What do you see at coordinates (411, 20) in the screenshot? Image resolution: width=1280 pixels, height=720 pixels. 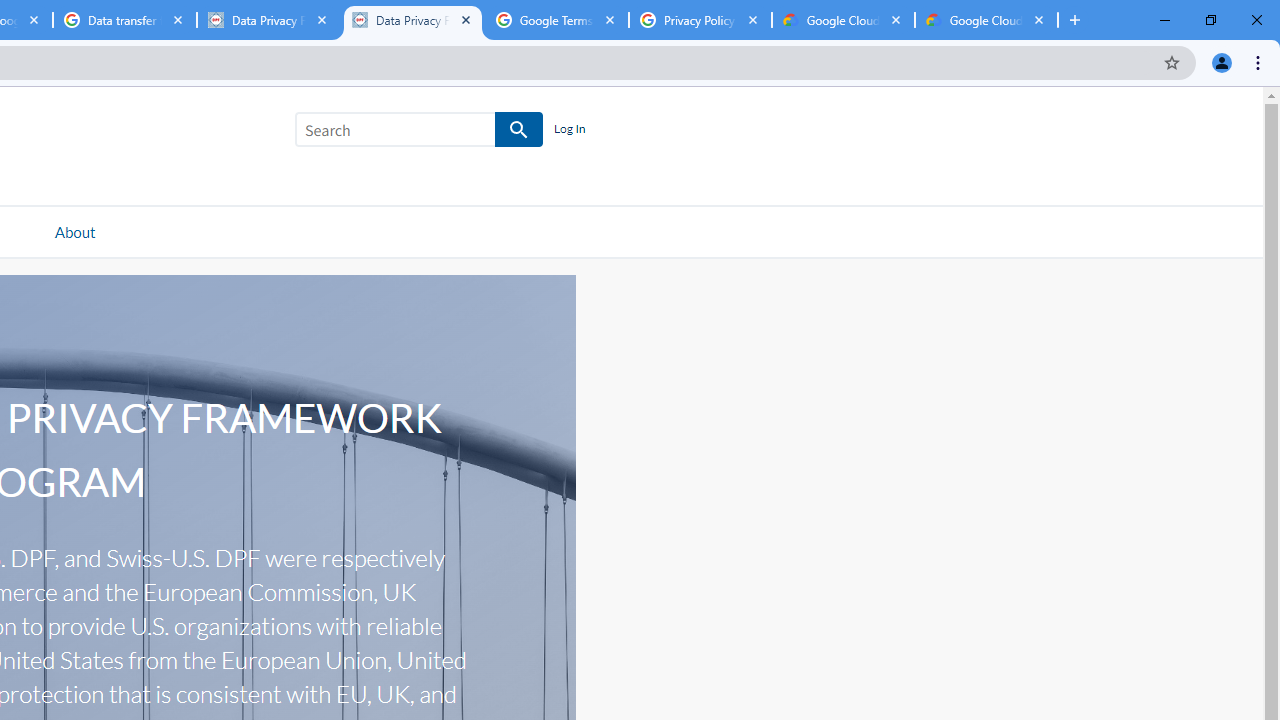 I see `'Data Privacy Framework'` at bounding box center [411, 20].